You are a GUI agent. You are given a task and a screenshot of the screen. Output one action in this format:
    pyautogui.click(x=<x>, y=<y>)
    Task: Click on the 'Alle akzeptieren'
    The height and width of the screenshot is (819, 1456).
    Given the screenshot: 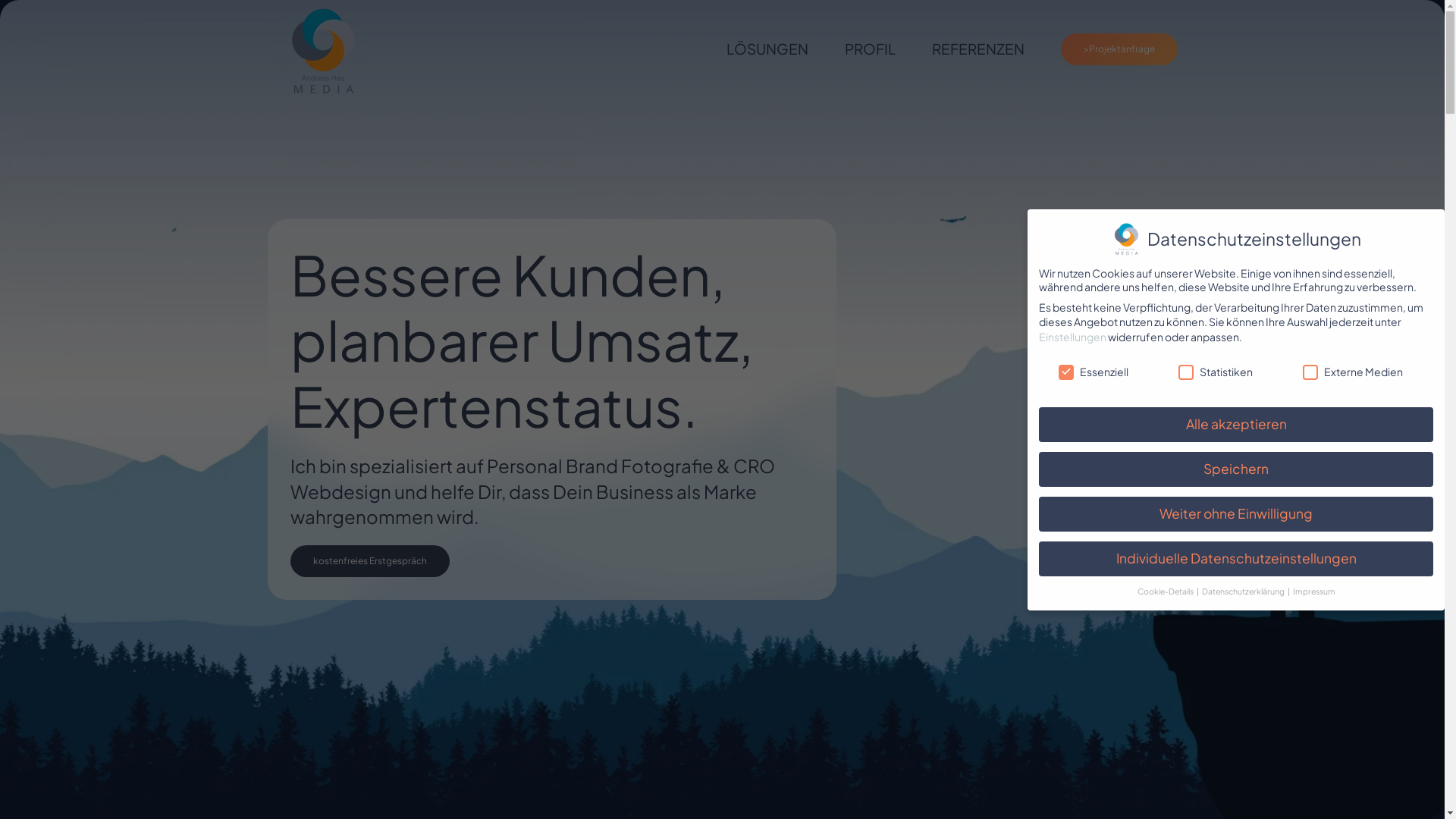 What is the action you would take?
    pyautogui.click(x=1236, y=424)
    